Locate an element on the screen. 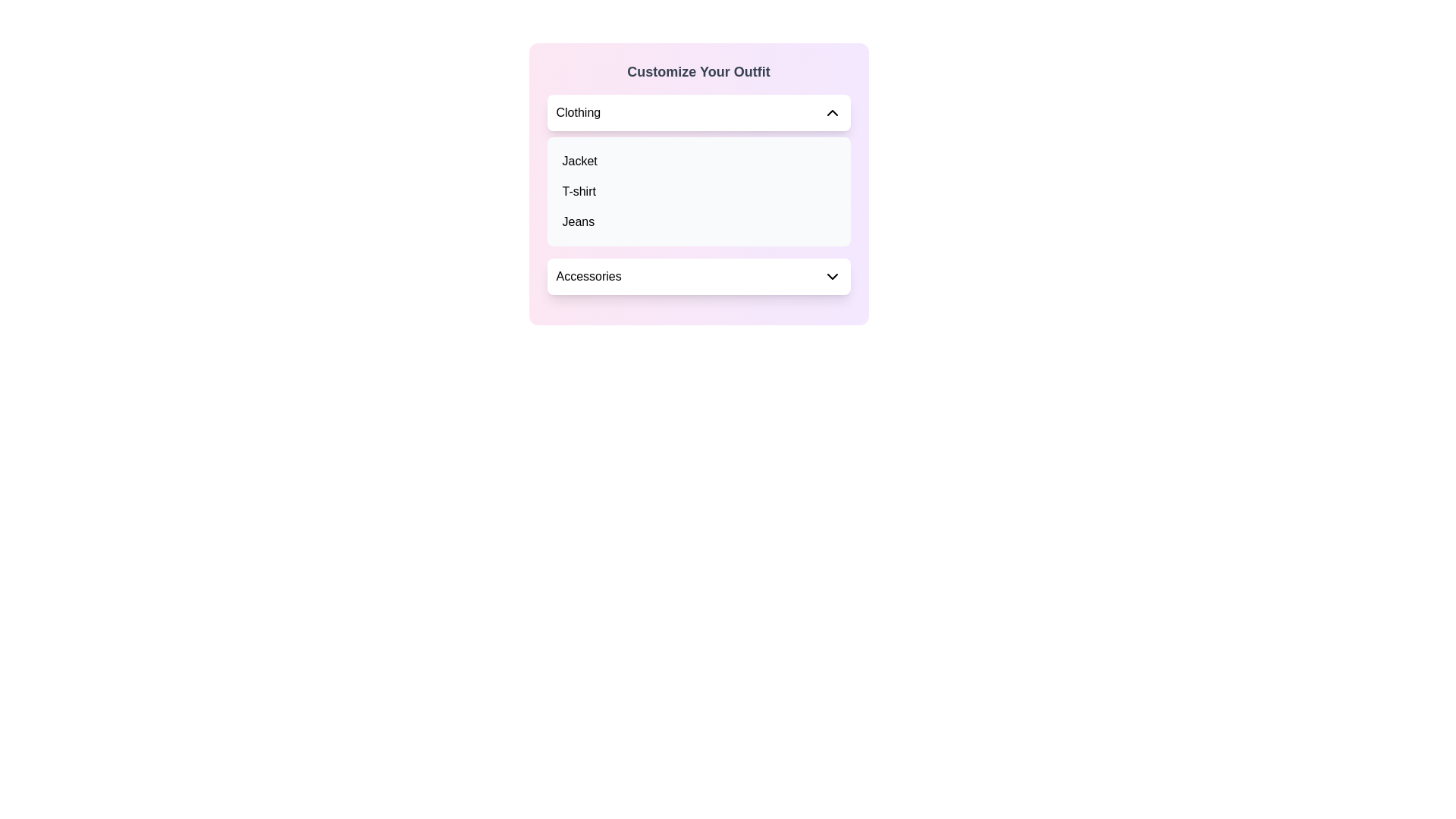 This screenshot has height=819, width=1456. the 'Clothing' dropdown menu is located at coordinates (698, 112).